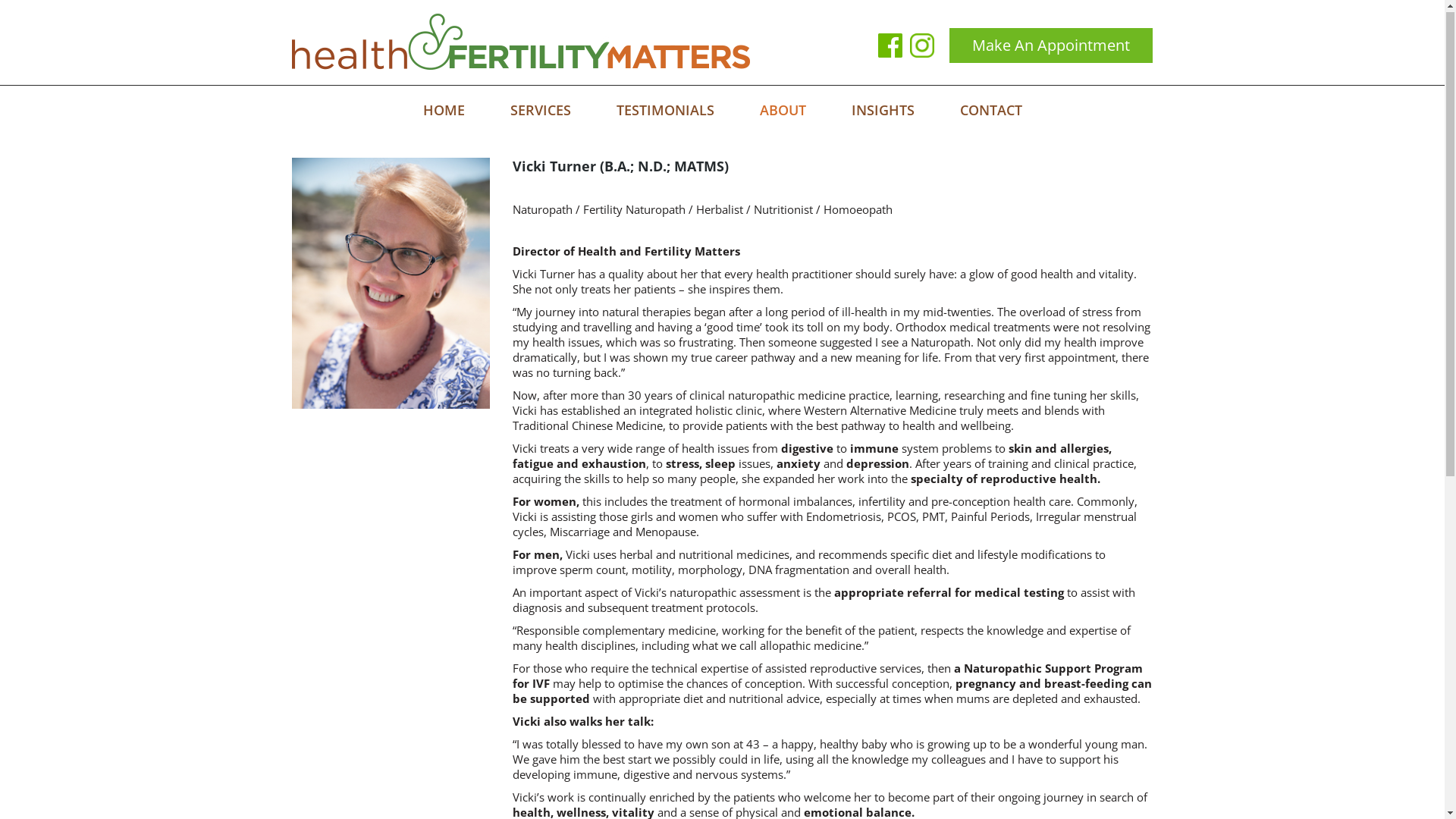  What do you see at coordinates (782, 110) in the screenshot?
I see `'ABOUT'` at bounding box center [782, 110].